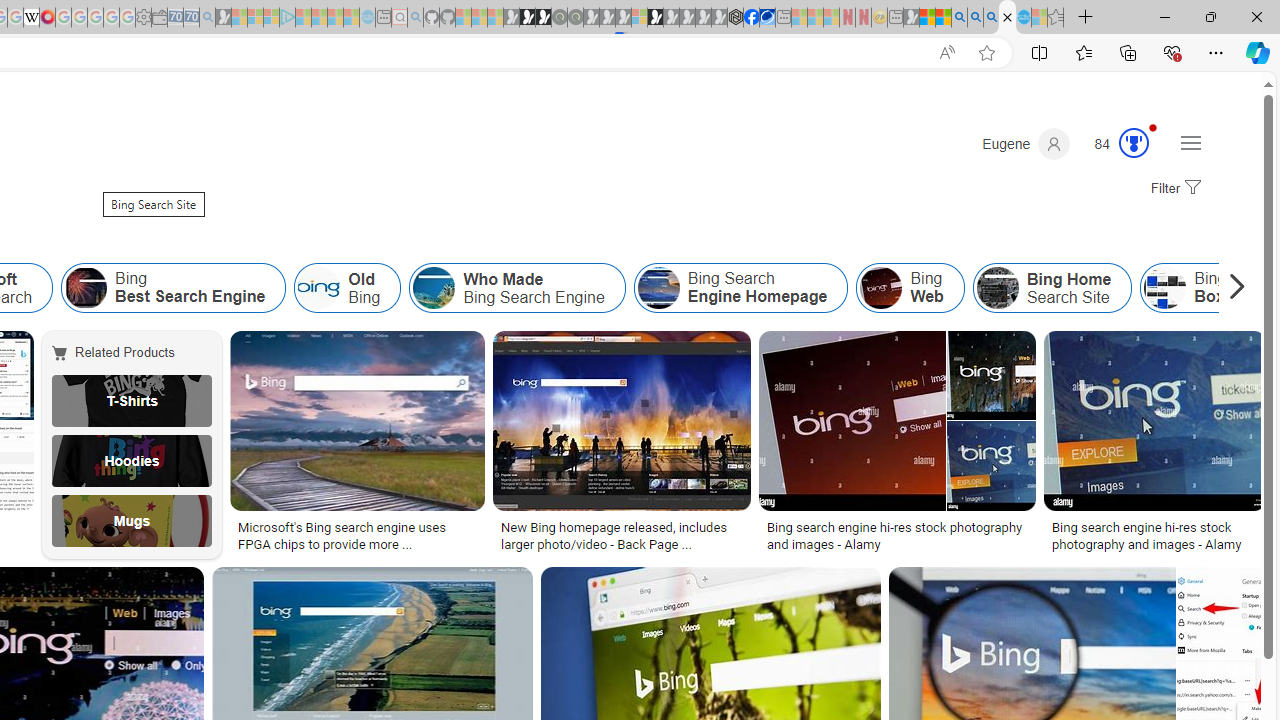 This screenshot has width=1280, height=720. What do you see at coordinates (1055, 17) in the screenshot?
I see `'Favorites - Sleeping'` at bounding box center [1055, 17].